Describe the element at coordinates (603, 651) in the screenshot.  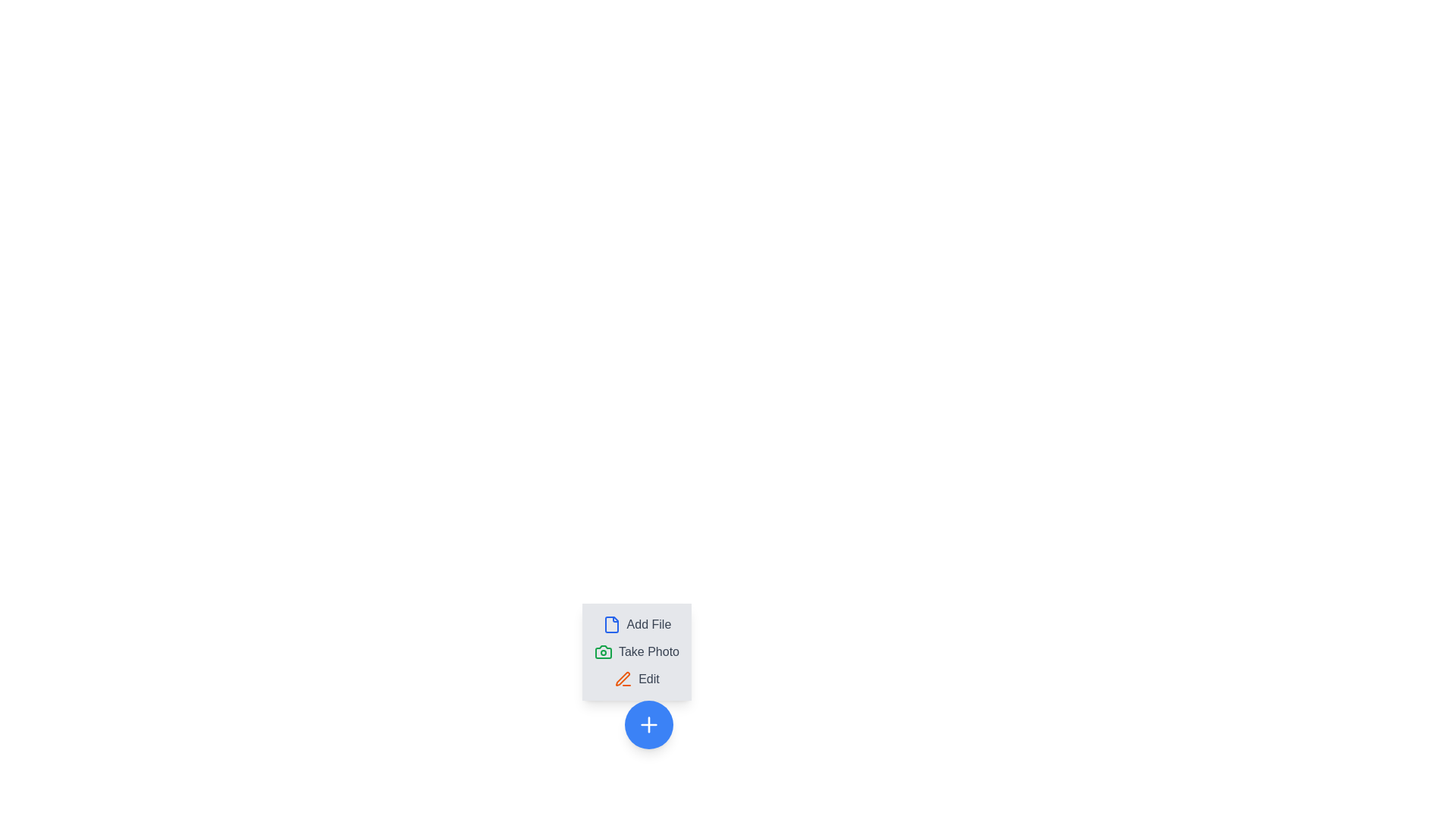
I see `the camera icon located adjacent to the 'Take Photo' text, which is the second item in a vertically stacked list of menu items` at that location.